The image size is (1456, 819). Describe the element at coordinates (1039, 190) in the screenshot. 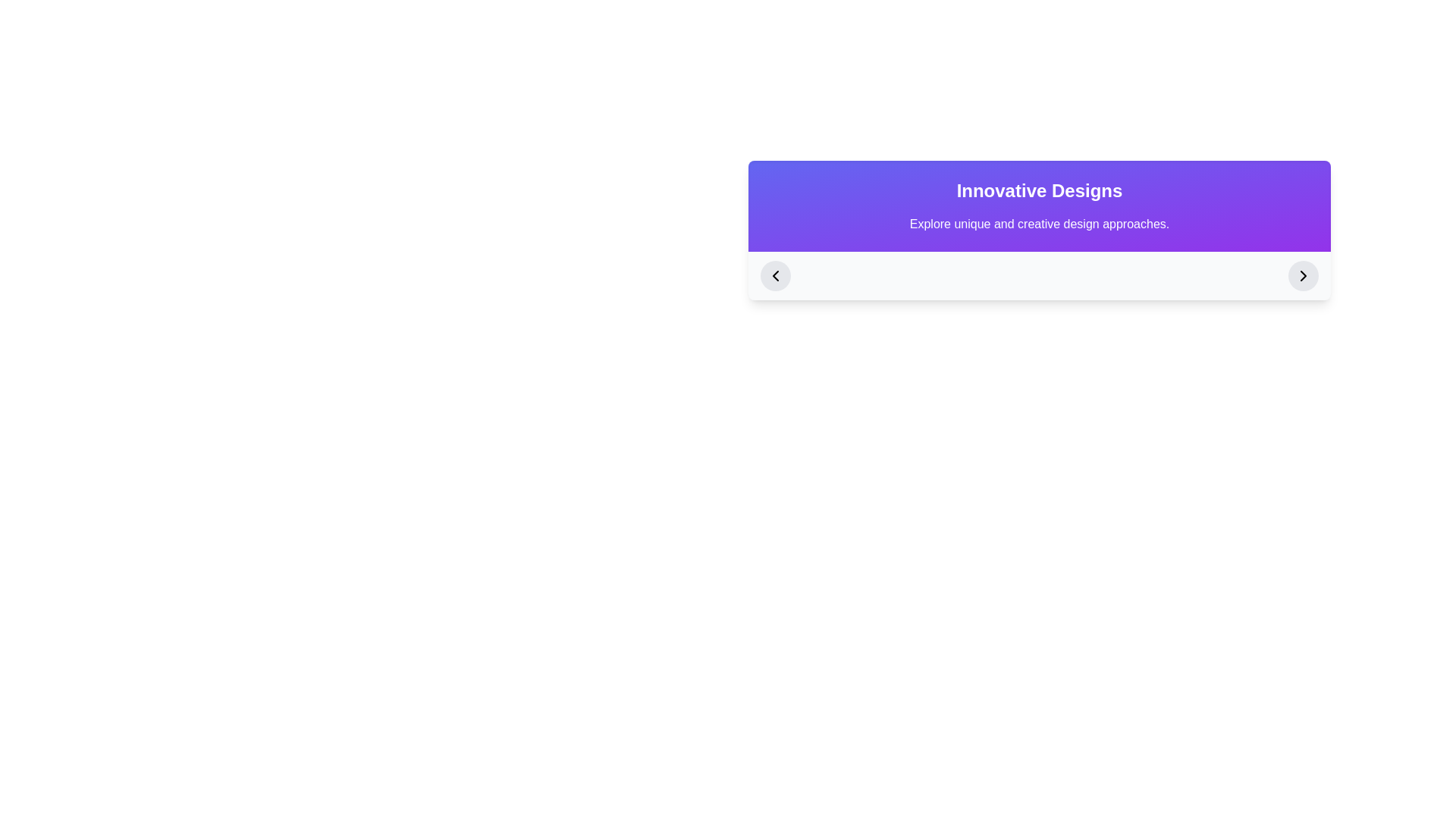

I see `the 'Innovative Designs' text block, which is styled in bold and extra-large font, located prominently at the top of its section with a gradient background` at that location.